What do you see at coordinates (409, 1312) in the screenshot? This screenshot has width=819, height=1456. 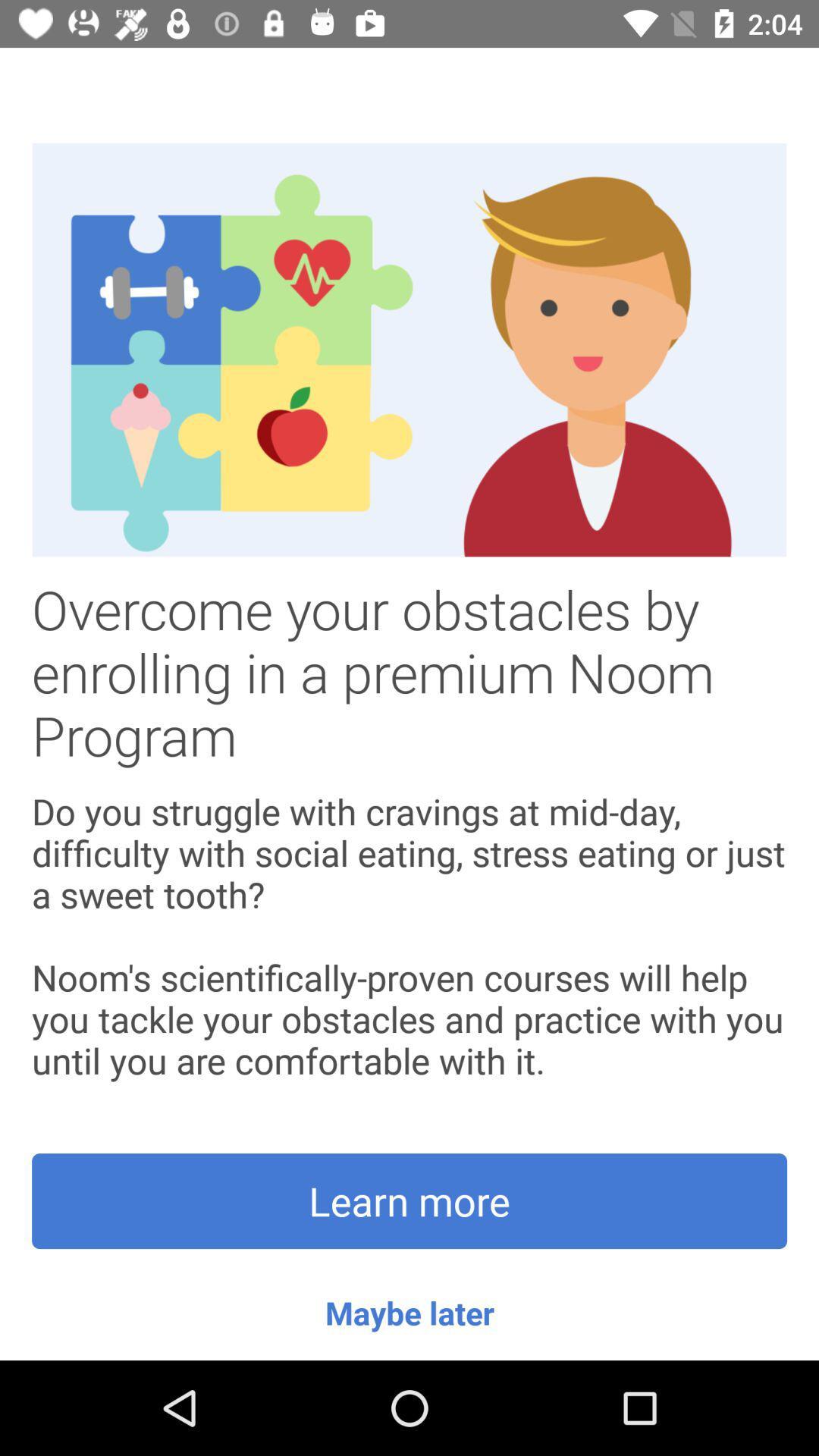 I see `the item below learn more icon` at bounding box center [409, 1312].